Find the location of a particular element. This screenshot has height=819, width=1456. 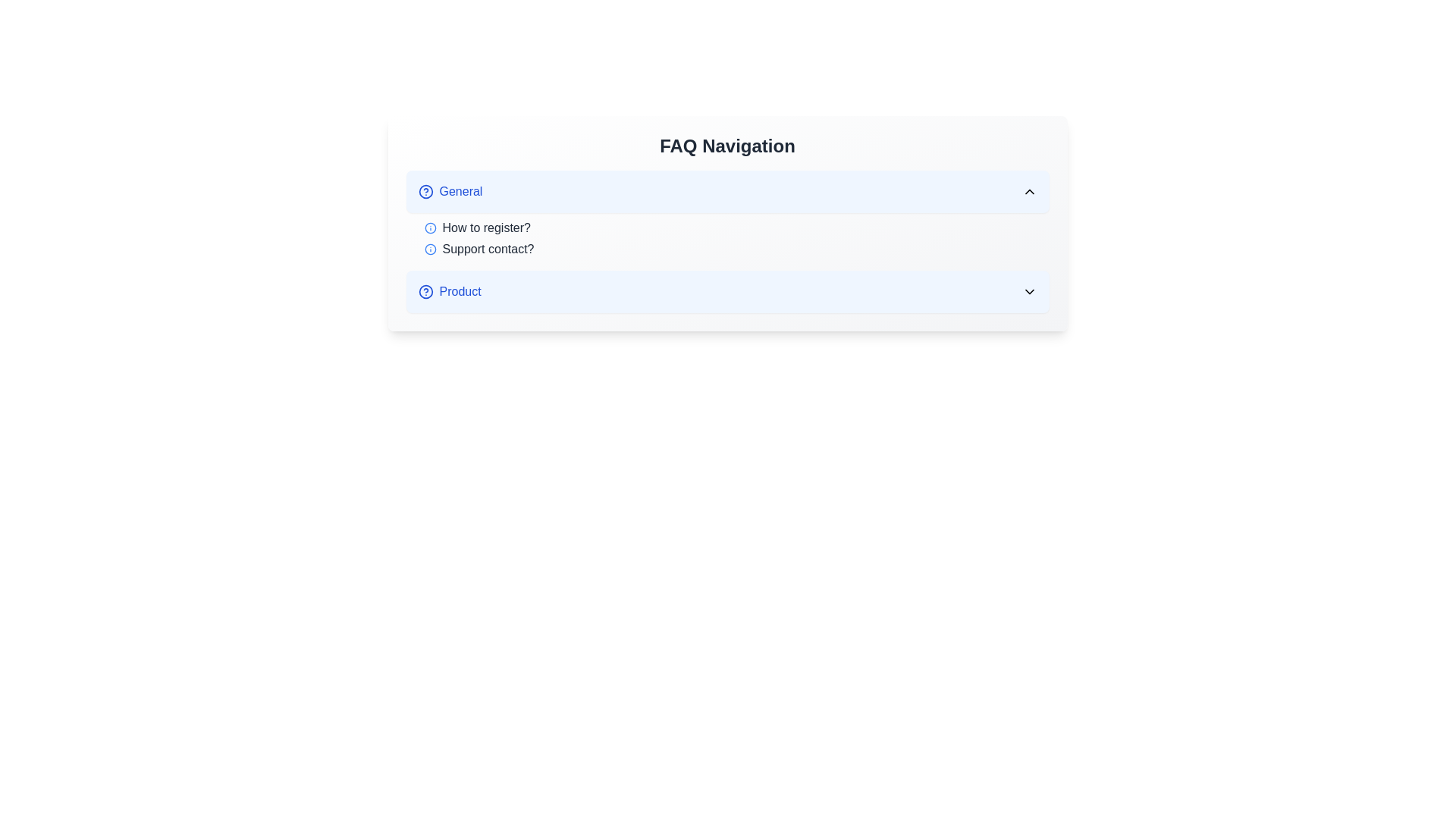

the downward-pointing chevron icon located at the far right of the 'Product' section is located at coordinates (1029, 292).